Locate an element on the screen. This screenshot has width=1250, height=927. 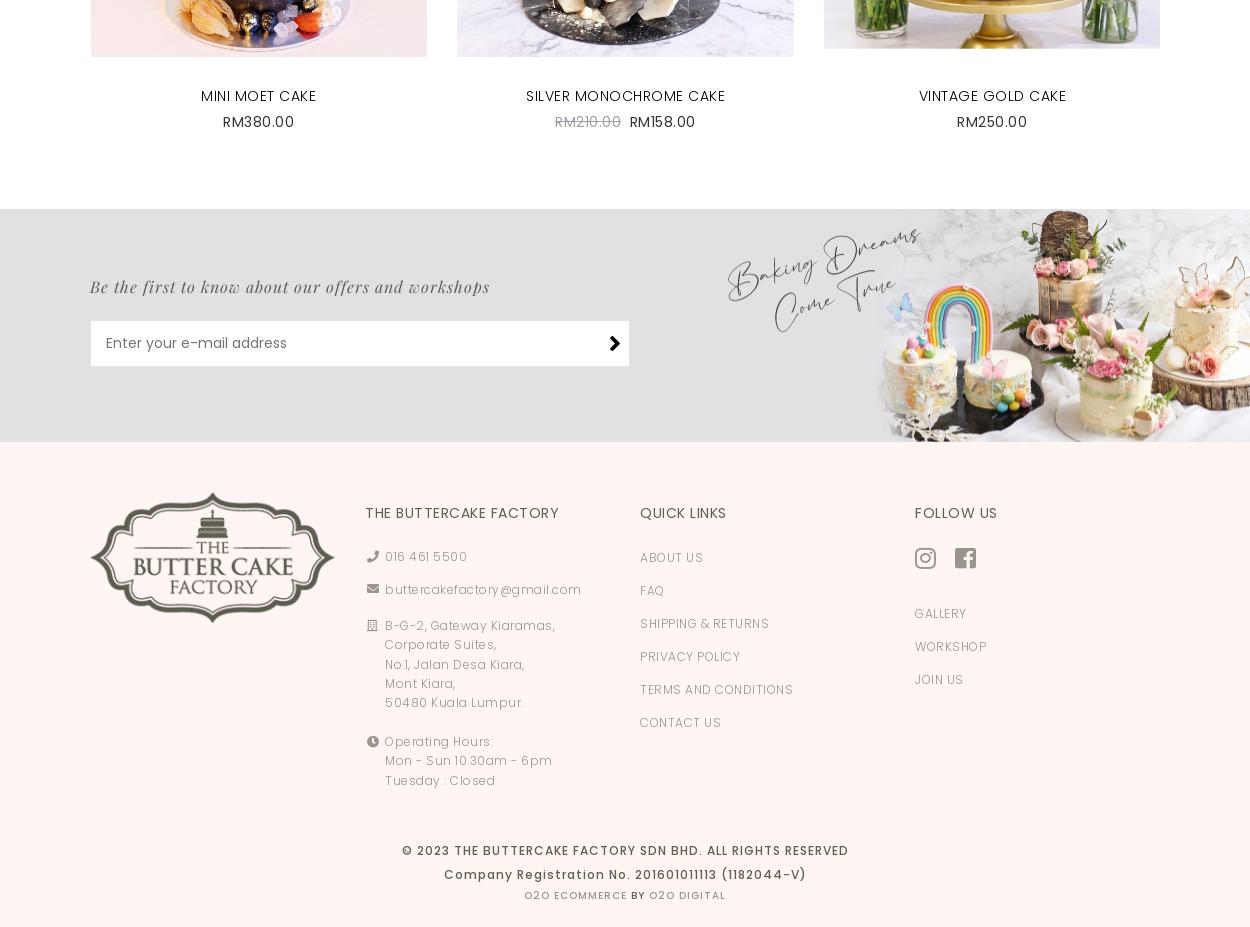
'RM250.00' is located at coordinates (955, 119).